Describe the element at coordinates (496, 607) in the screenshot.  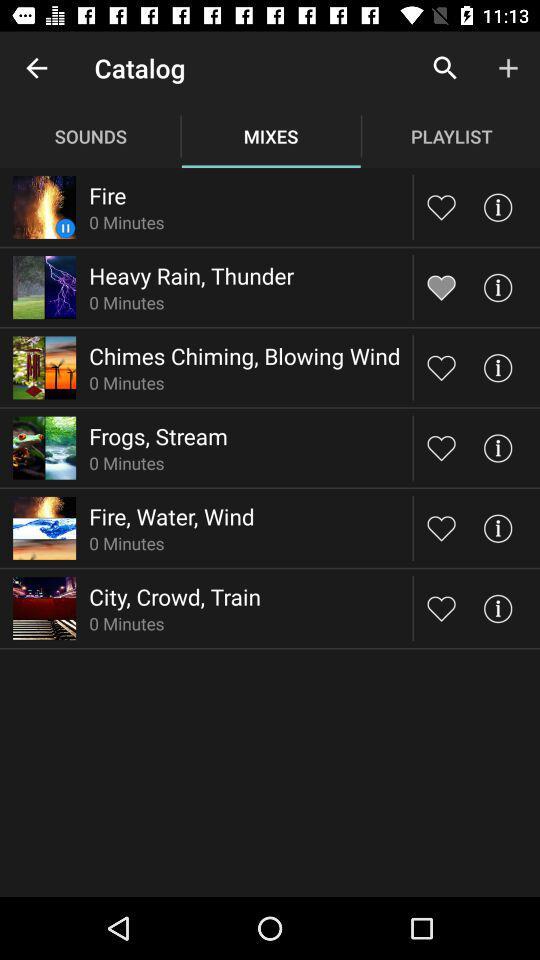
I see `information button` at that location.